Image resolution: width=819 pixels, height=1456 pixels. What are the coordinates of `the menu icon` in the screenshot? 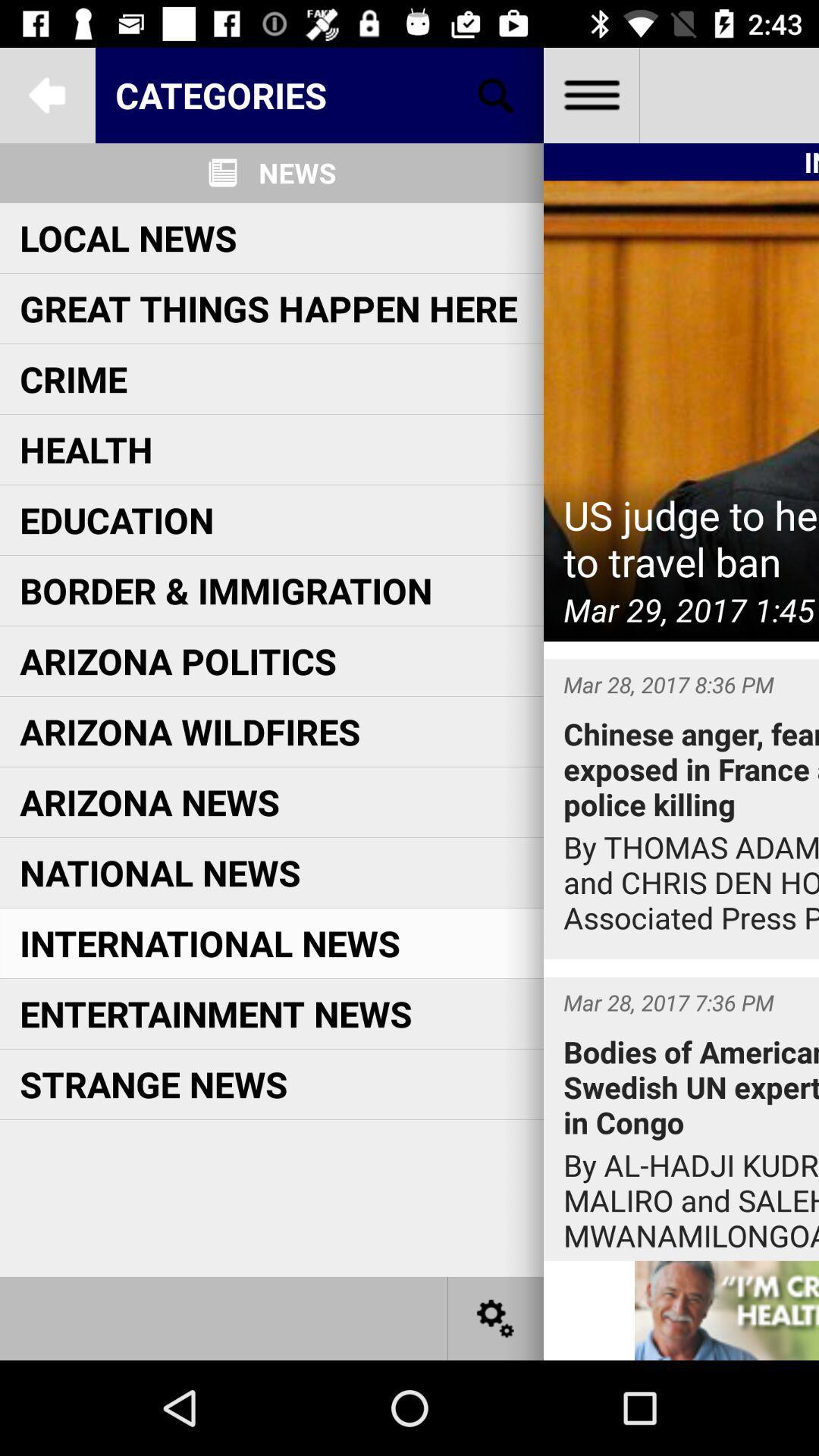 It's located at (590, 94).